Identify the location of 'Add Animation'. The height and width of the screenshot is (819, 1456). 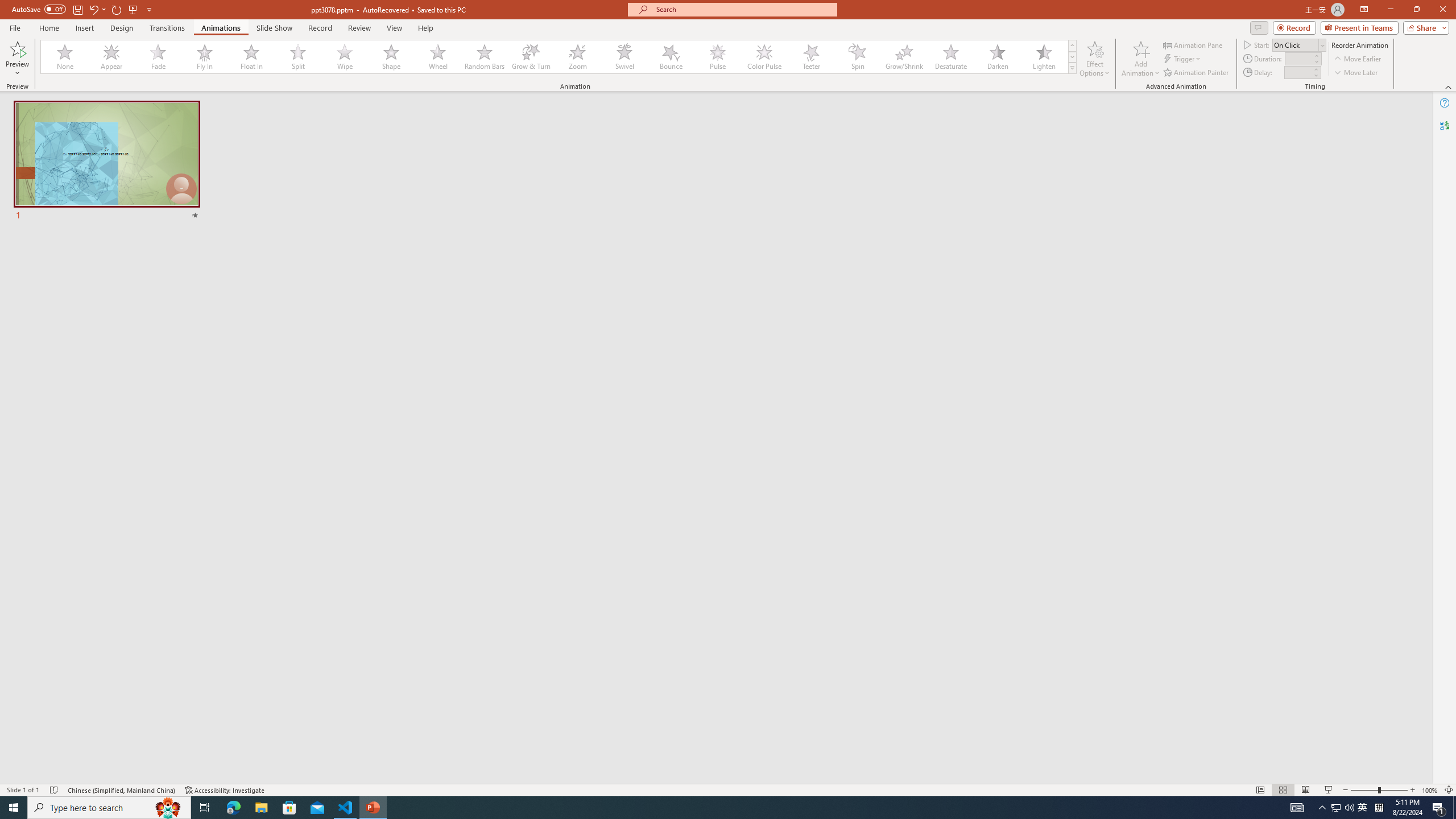
(1141, 59).